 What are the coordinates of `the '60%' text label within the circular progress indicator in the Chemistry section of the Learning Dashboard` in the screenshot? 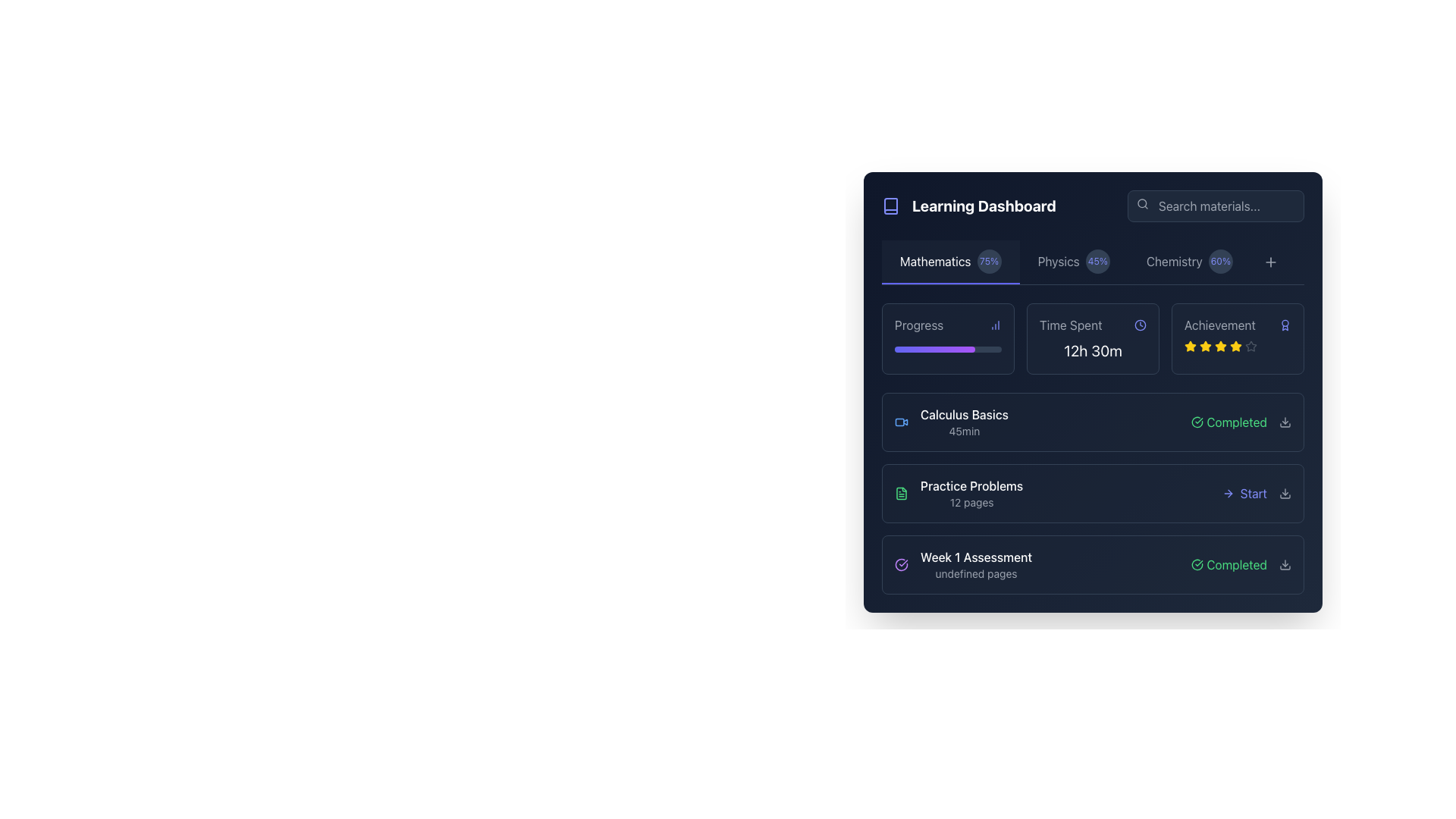 It's located at (1220, 260).